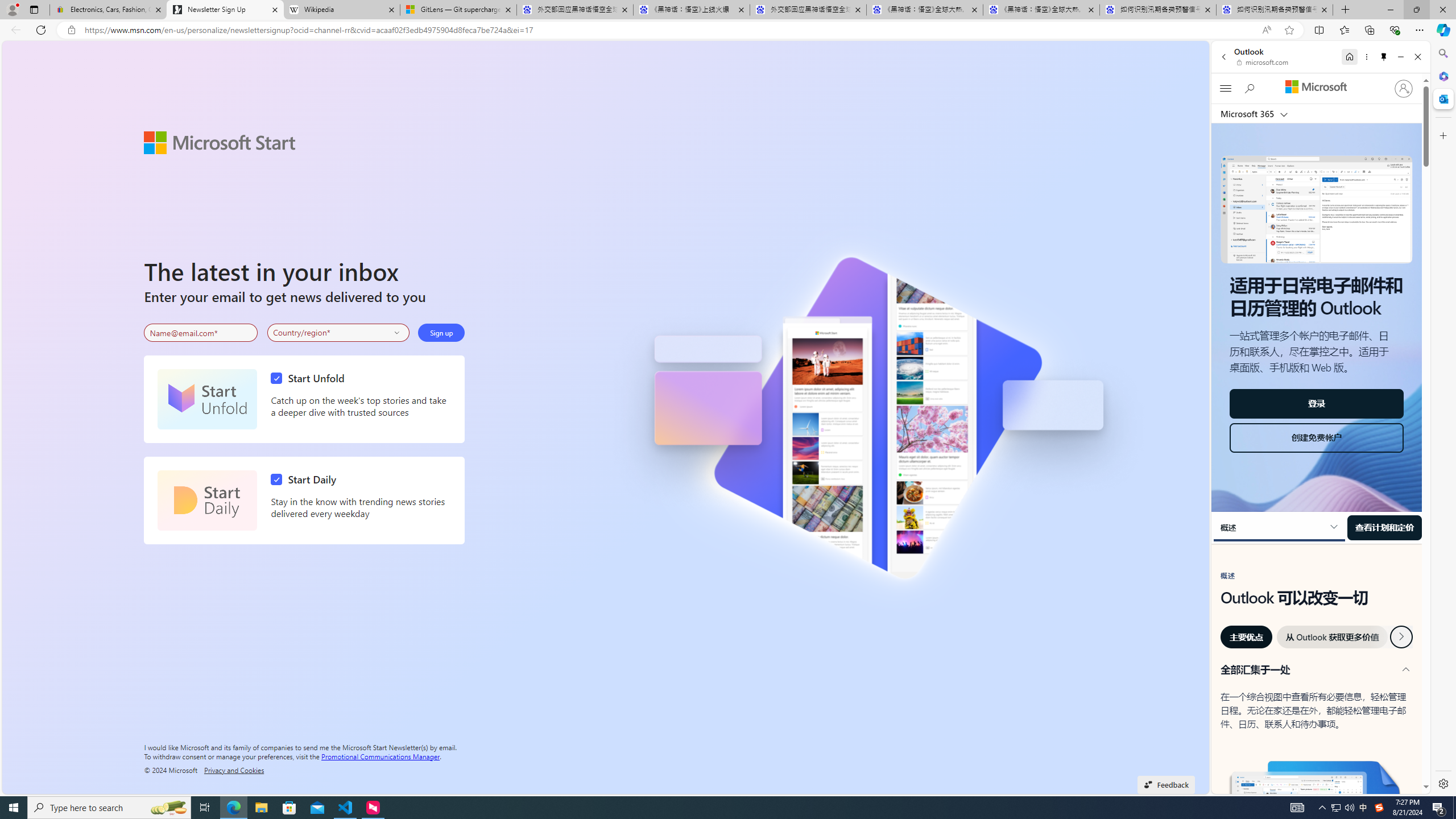 The image size is (1456, 819). I want to click on 'Unpin side pane', so click(1384, 56).